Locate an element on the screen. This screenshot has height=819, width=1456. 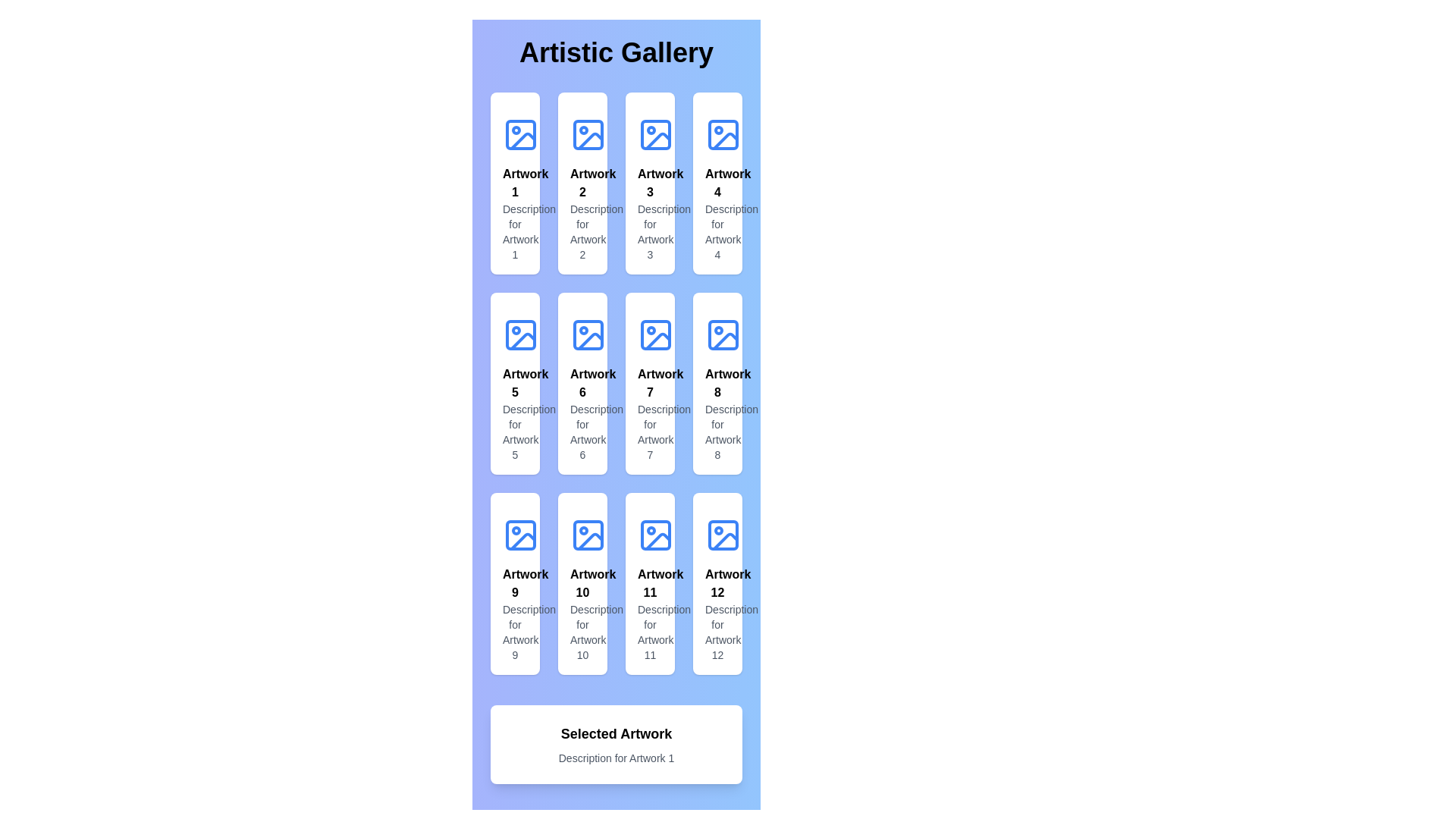
descriptive text block located at the bottom of the card labeled 'Artwork 9', which provides additional context about the artwork is located at coordinates (515, 632).